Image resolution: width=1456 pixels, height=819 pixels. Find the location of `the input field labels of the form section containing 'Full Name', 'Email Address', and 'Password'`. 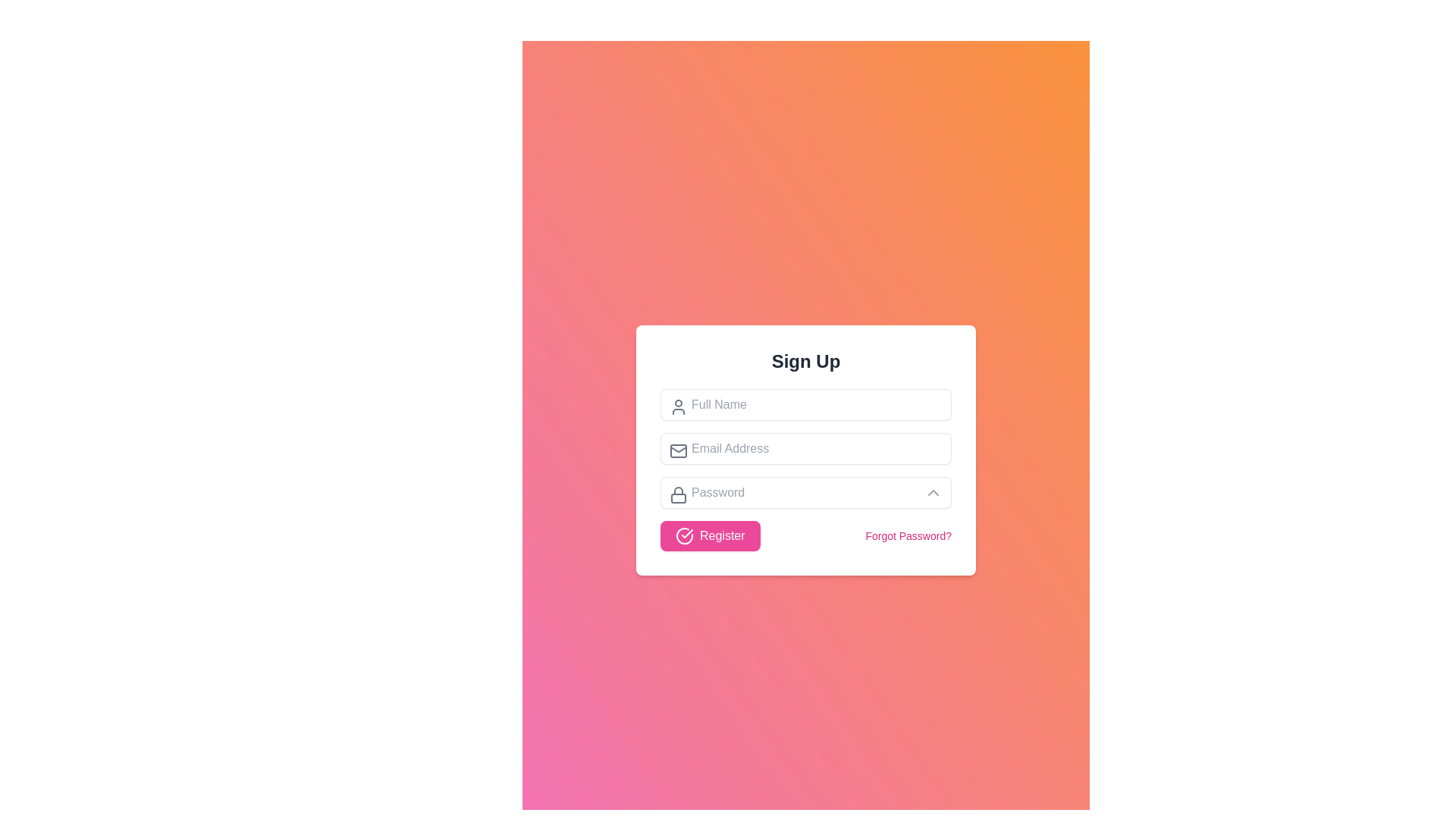

the input field labels of the form section containing 'Full Name', 'Email Address', and 'Password' is located at coordinates (805, 469).